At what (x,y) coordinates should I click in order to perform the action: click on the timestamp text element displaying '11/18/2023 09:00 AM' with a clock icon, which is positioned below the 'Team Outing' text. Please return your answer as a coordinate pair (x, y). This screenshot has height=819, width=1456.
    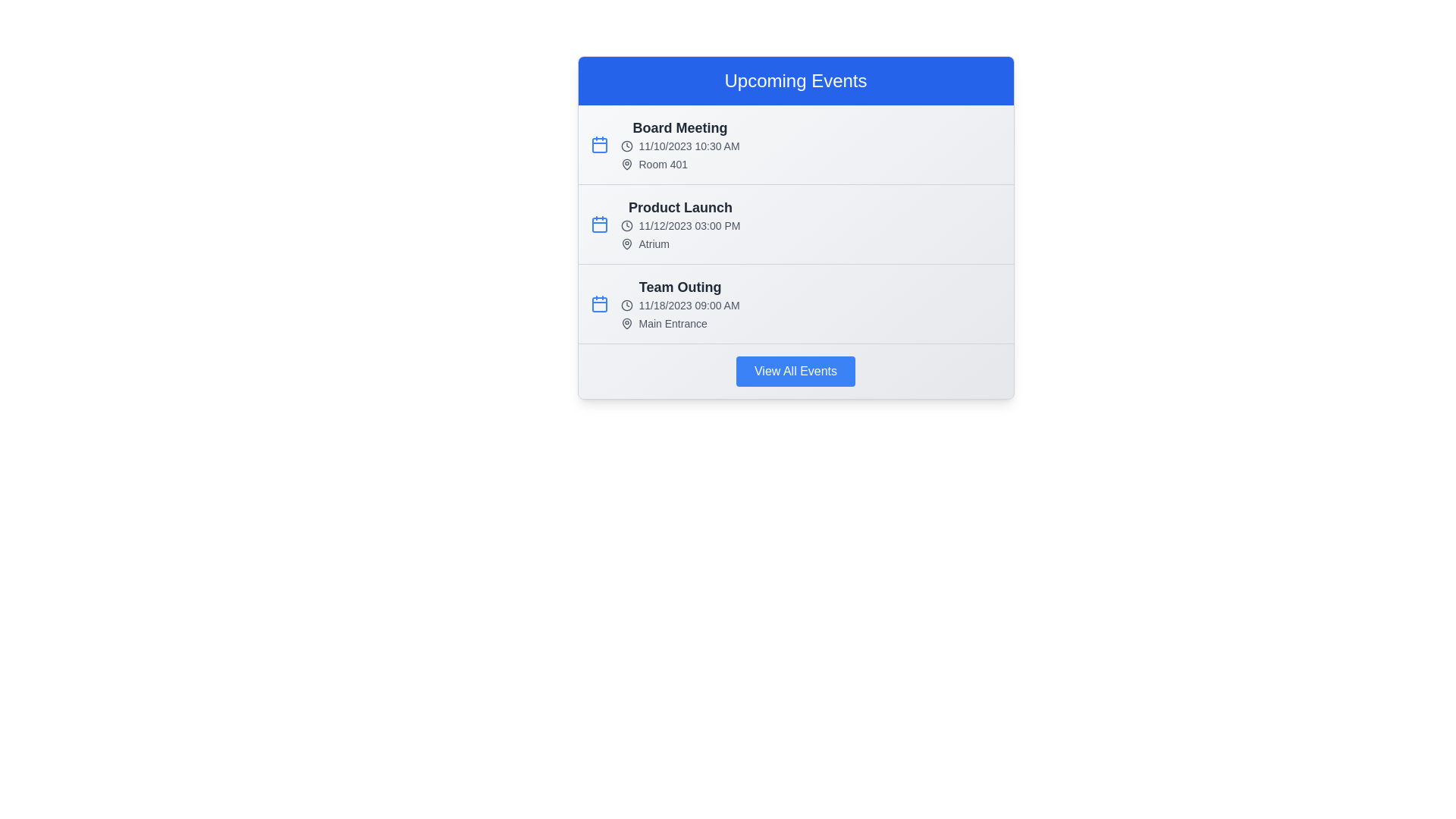
    Looking at the image, I should click on (679, 305).